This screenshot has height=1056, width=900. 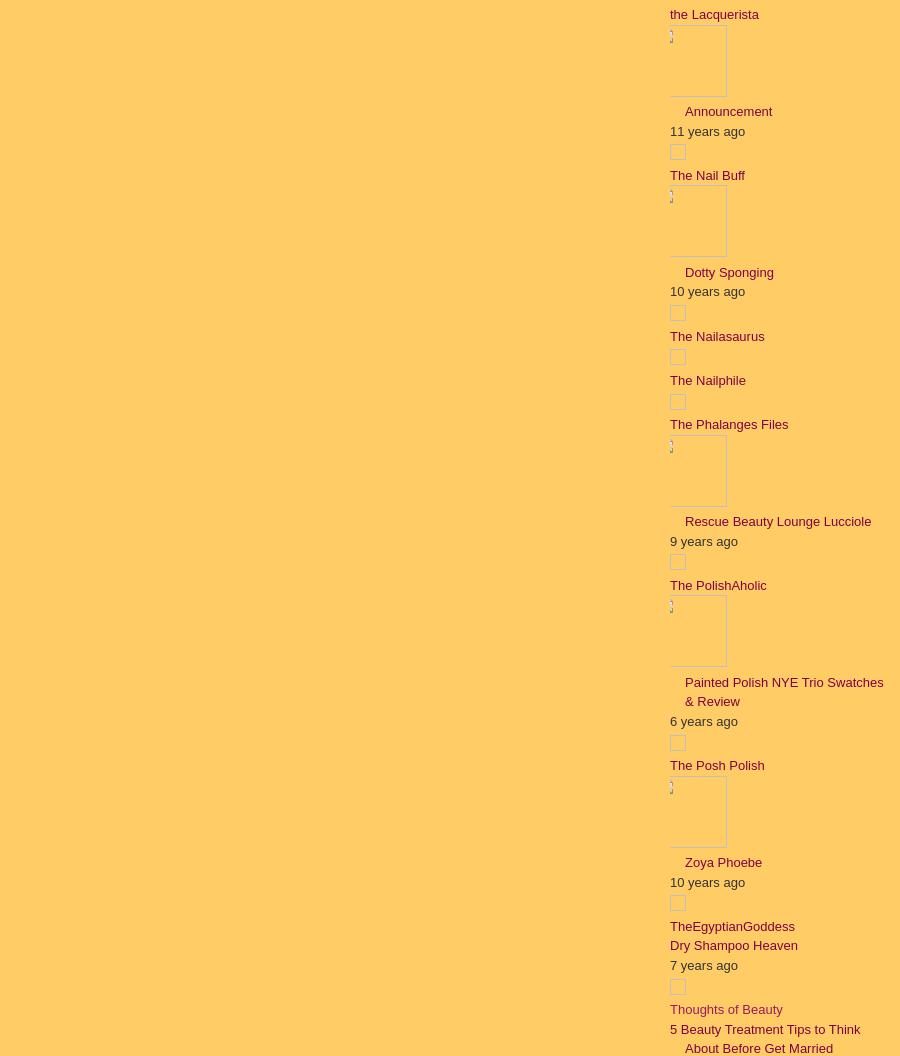 I want to click on 'TheEgyptianGoddess', so click(x=731, y=925).